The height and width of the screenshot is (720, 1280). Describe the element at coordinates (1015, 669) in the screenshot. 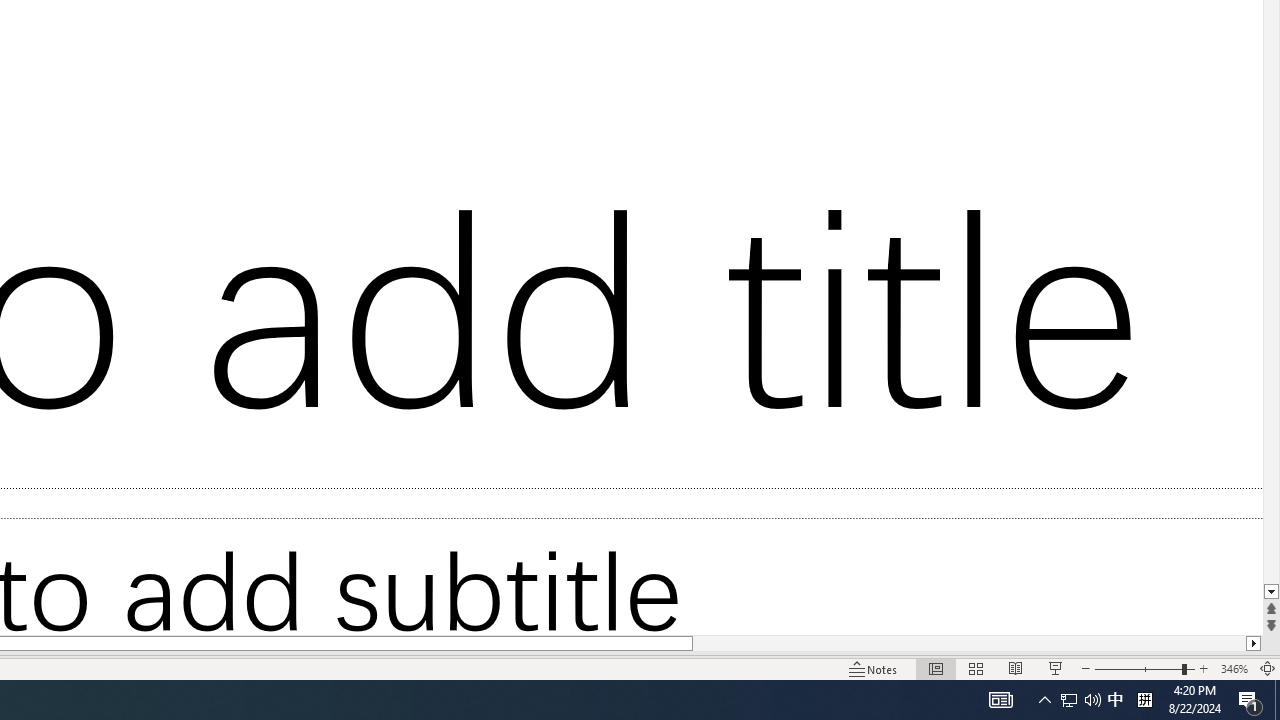

I see `'Reading View'` at that location.